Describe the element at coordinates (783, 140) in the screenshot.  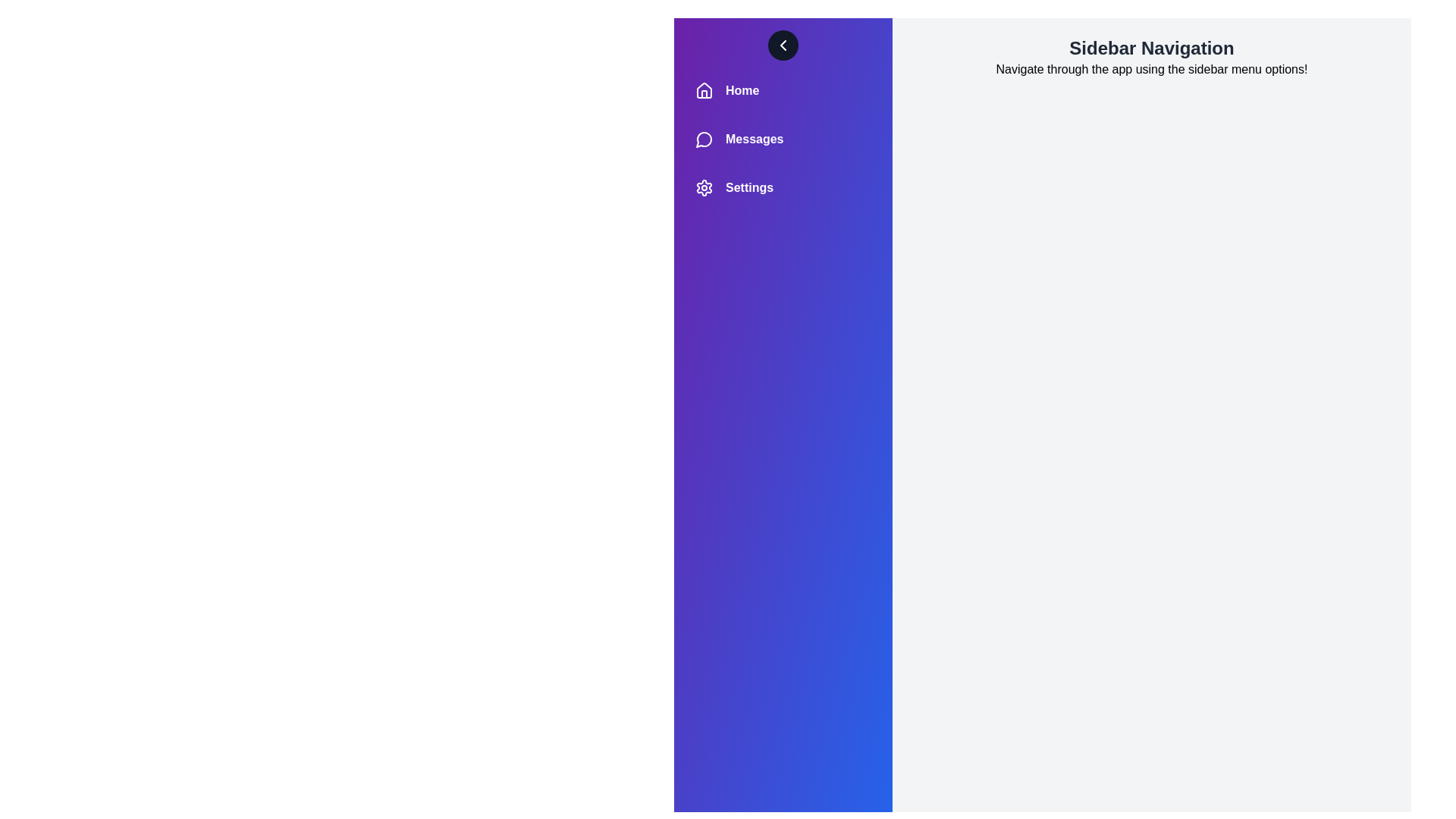
I see `the 'Messages' menu item in the sidebar` at that location.